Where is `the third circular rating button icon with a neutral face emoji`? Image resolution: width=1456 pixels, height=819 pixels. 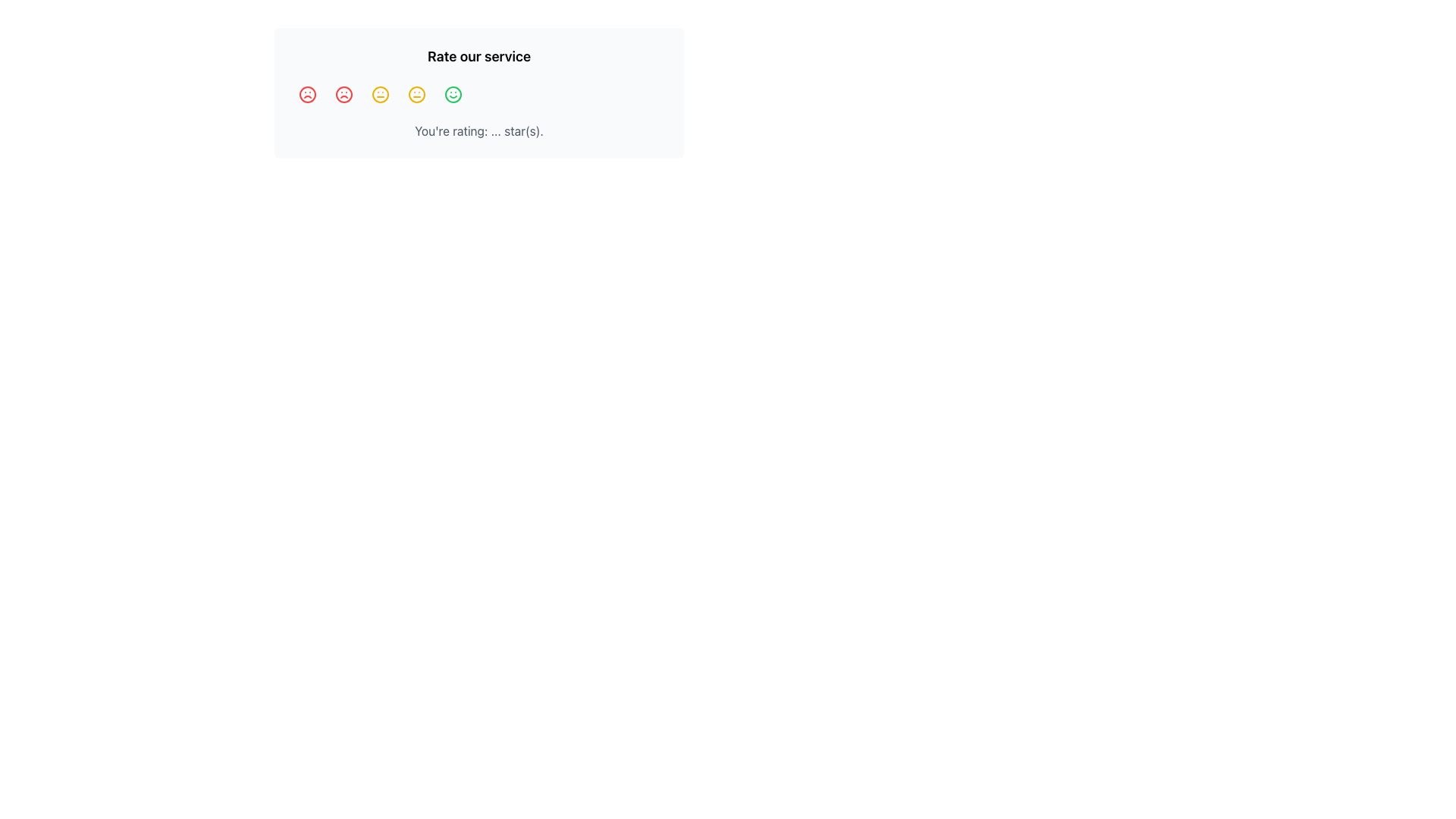
the third circular rating button icon with a neutral face emoji is located at coordinates (381, 94).